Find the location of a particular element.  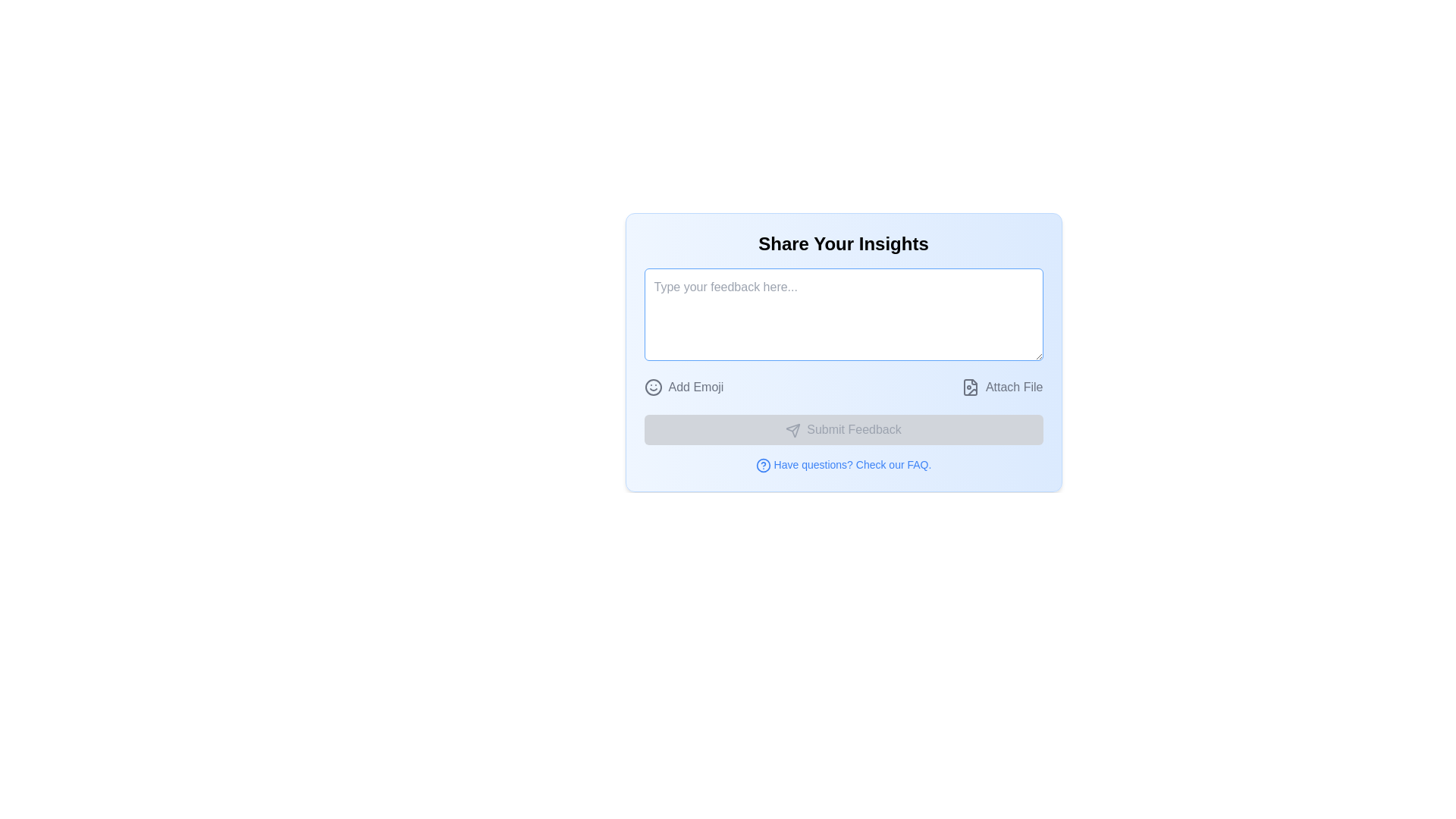

the gray document icon with a small image file symbol next to the 'Attach File' text is located at coordinates (969, 386).